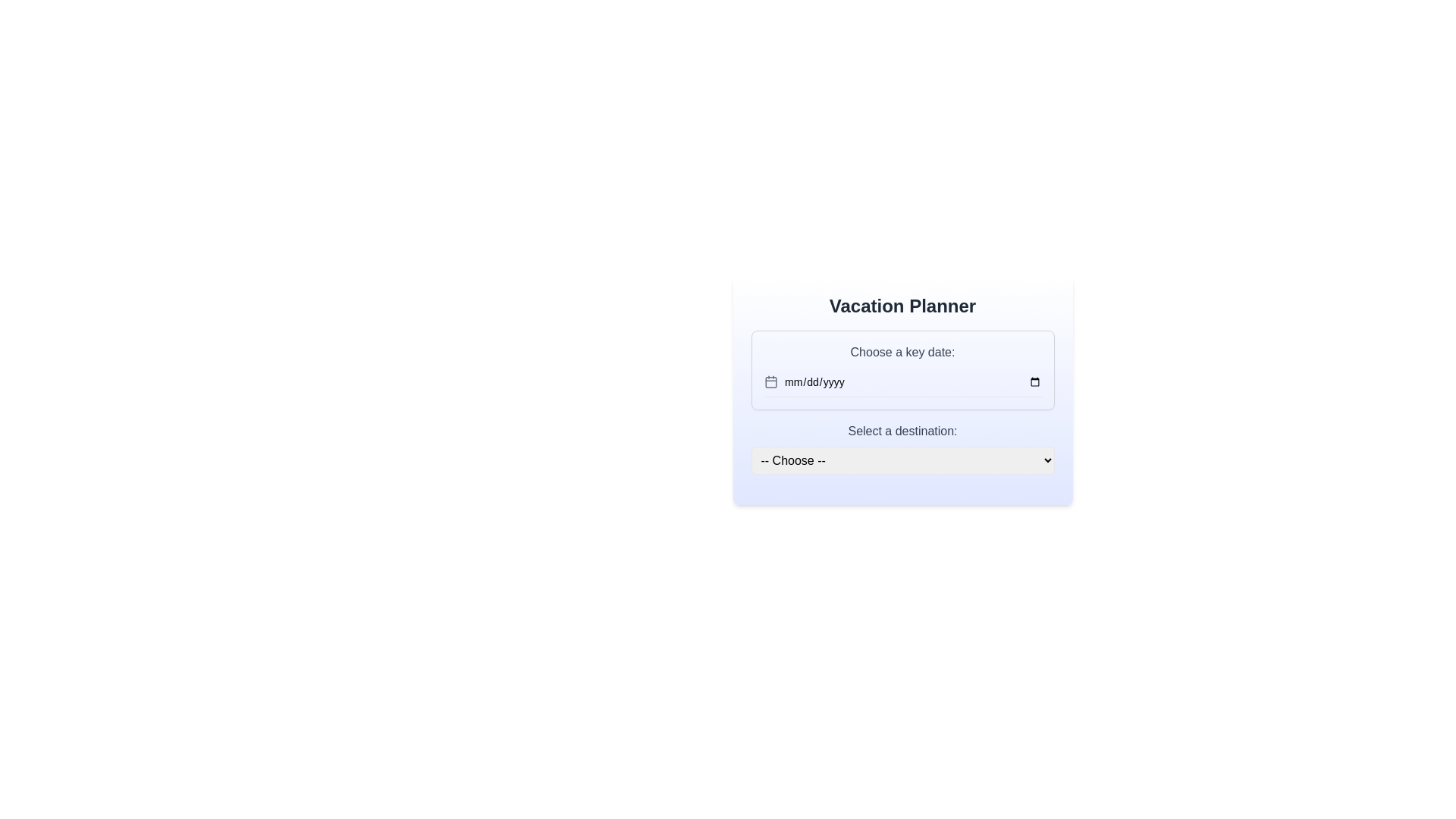 The image size is (1456, 819). What do you see at coordinates (902, 353) in the screenshot?
I see `the text label displaying 'Choose a key date:' located at the top-right of the date selection field` at bounding box center [902, 353].